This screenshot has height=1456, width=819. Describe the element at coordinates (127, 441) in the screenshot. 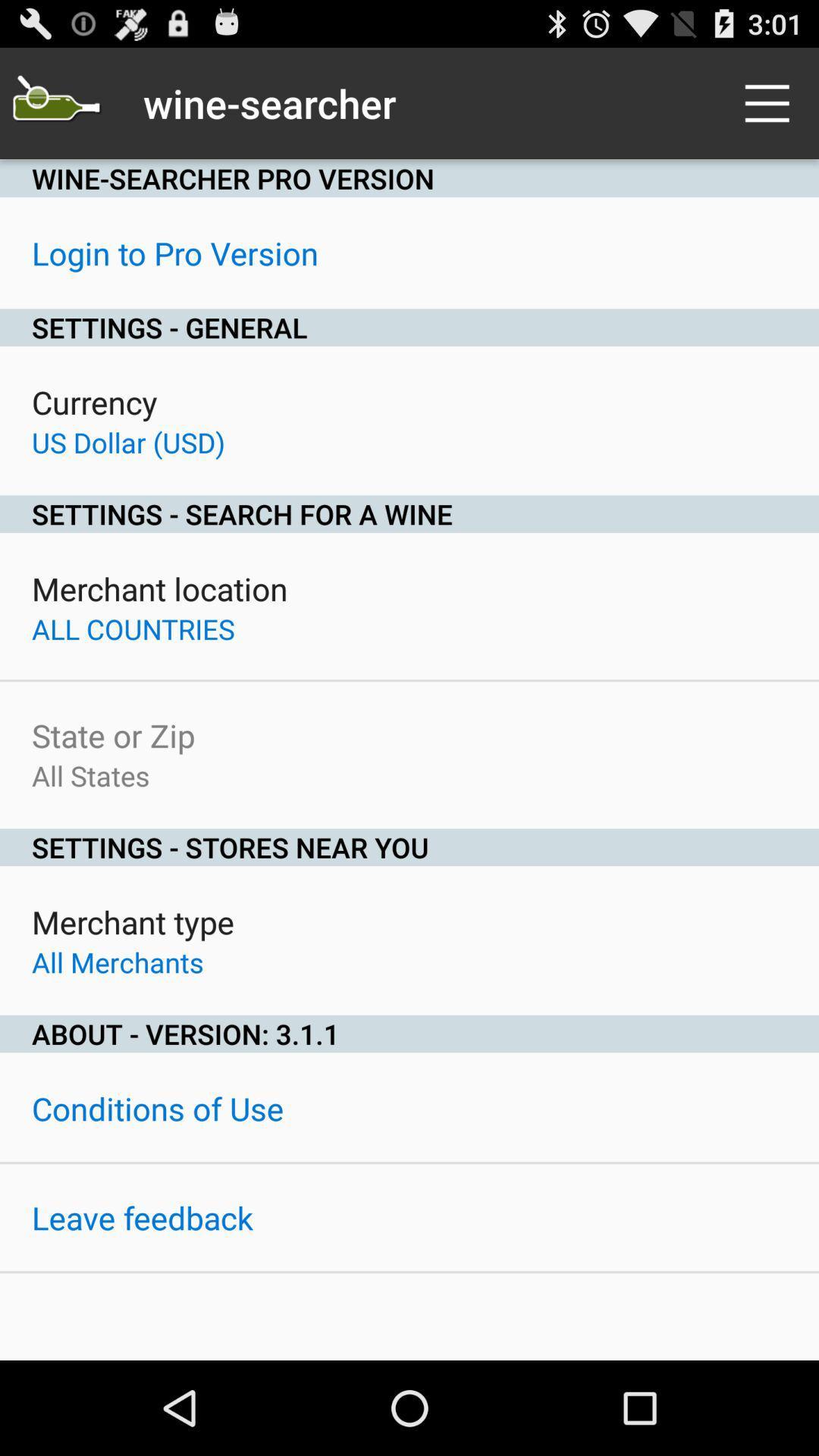

I see `the us dollar (usd) item` at that location.